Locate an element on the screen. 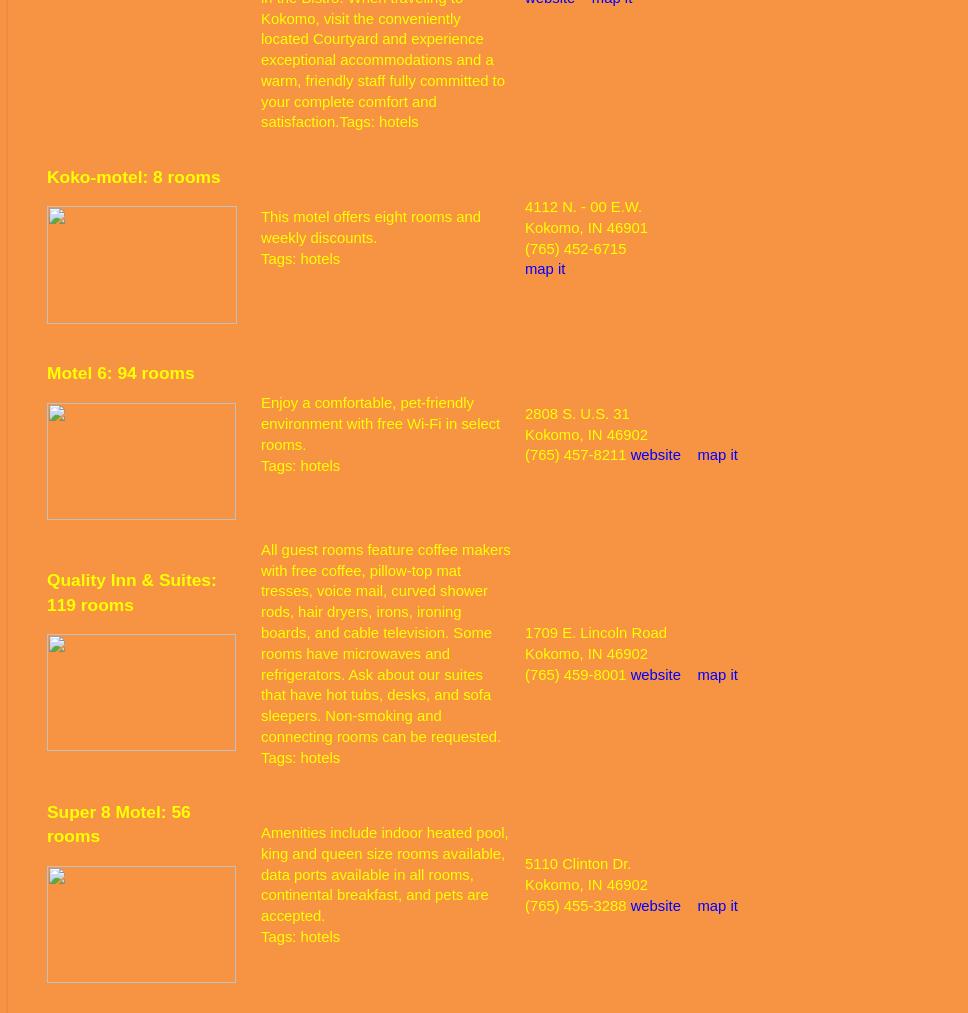  'Kokomo, IN 46901' is located at coordinates (524, 226).